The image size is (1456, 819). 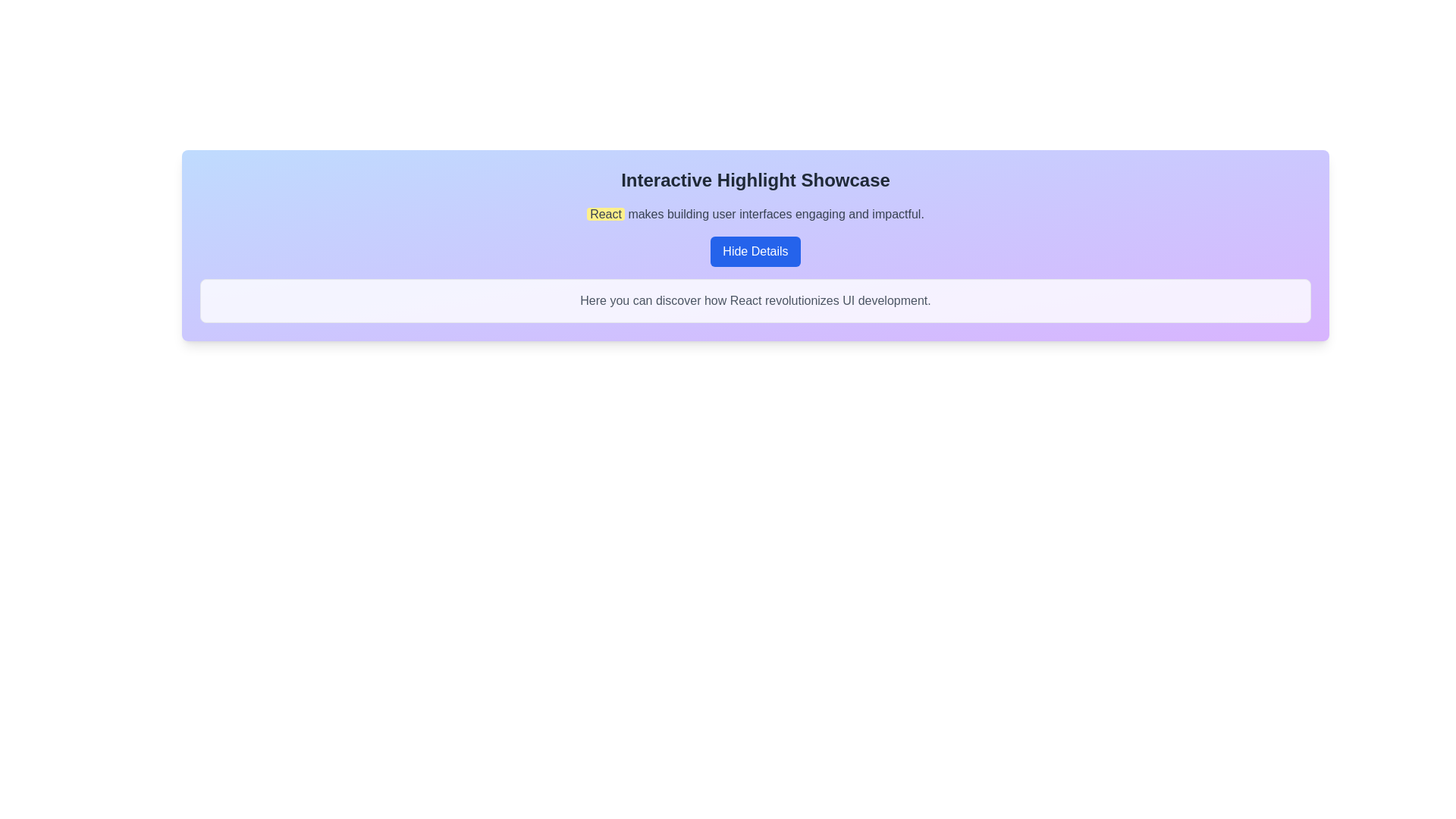 What do you see at coordinates (755, 250) in the screenshot?
I see `the fourth button under the subtitle 'React makes building user interfaces engaging and impactful.'` at bounding box center [755, 250].